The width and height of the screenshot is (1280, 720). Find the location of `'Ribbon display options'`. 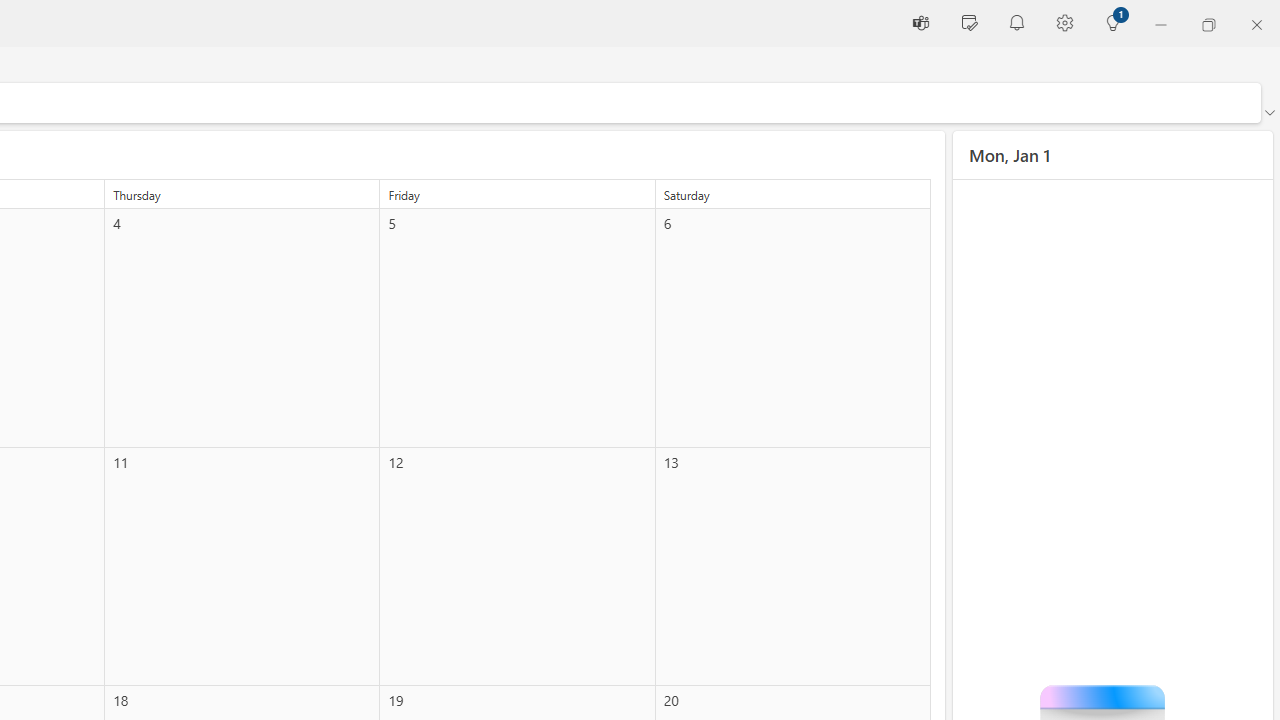

'Ribbon display options' is located at coordinates (1268, 113).